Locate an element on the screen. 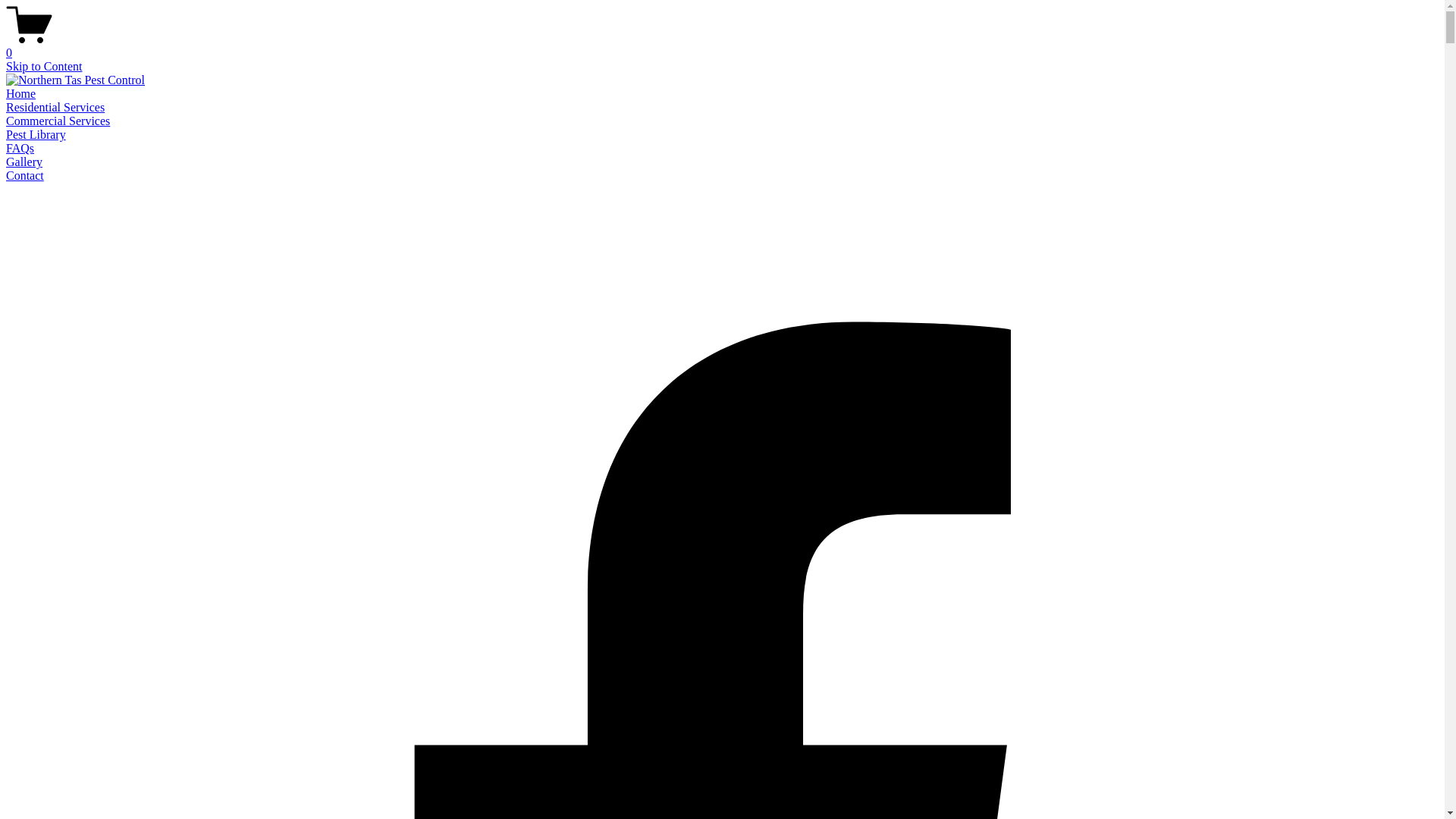  'FAQs' is located at coordinates (20, 148).